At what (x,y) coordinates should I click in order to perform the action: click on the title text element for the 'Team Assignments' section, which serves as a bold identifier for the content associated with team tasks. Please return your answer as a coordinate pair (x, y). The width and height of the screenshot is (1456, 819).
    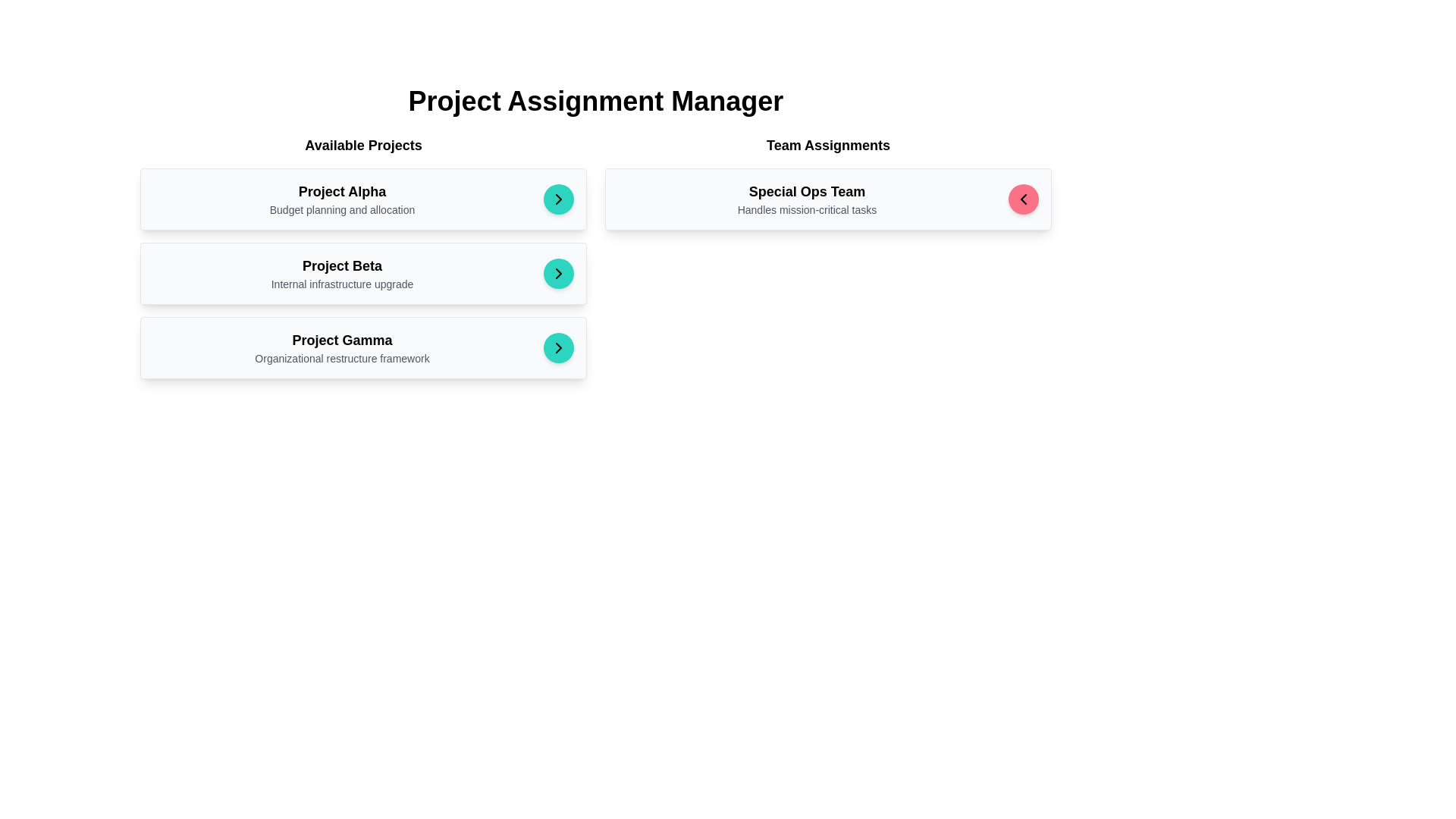
    Looking at the image, I should click on (806, 191).